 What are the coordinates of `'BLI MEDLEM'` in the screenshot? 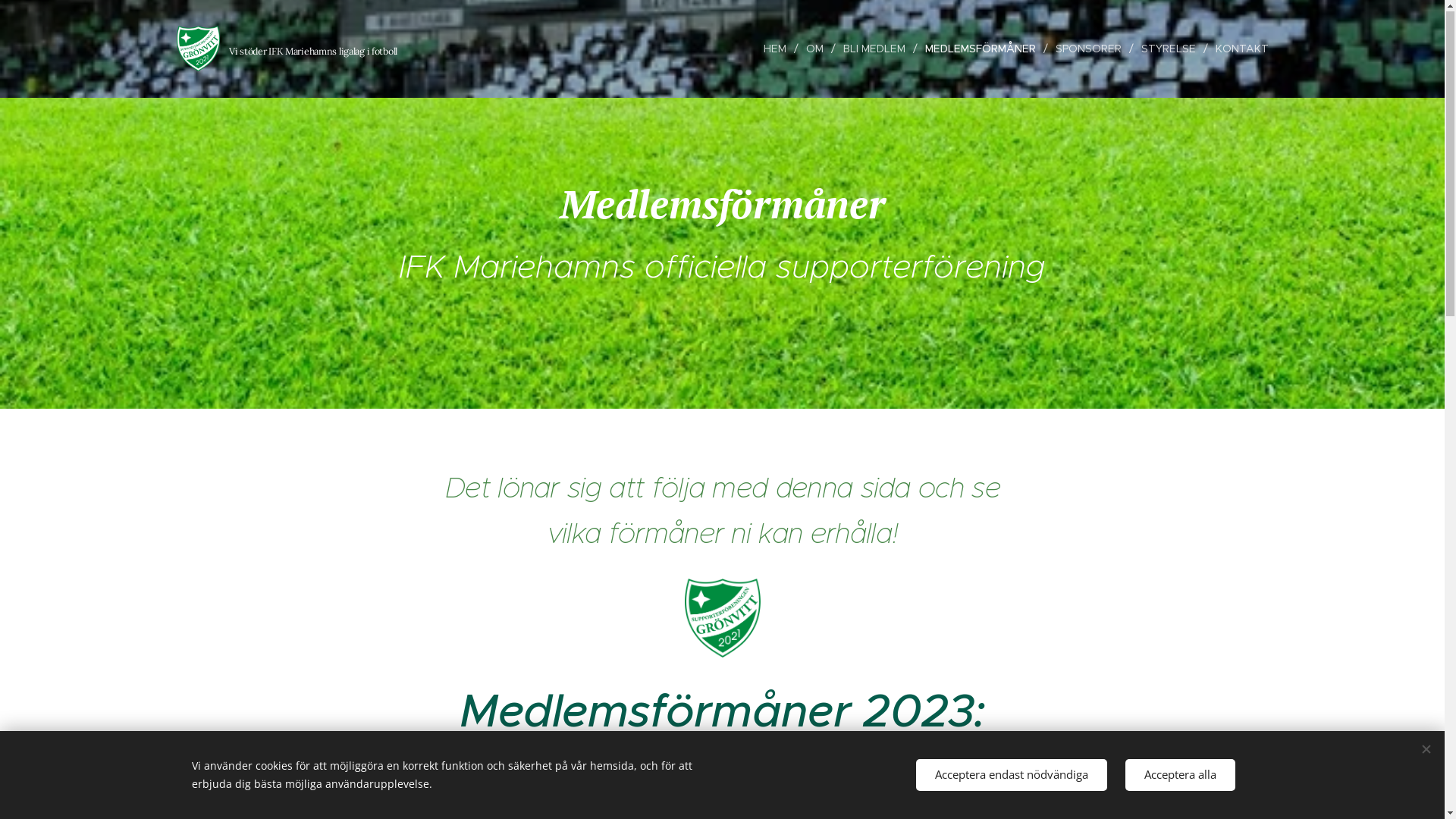 It's located at (877, 49).